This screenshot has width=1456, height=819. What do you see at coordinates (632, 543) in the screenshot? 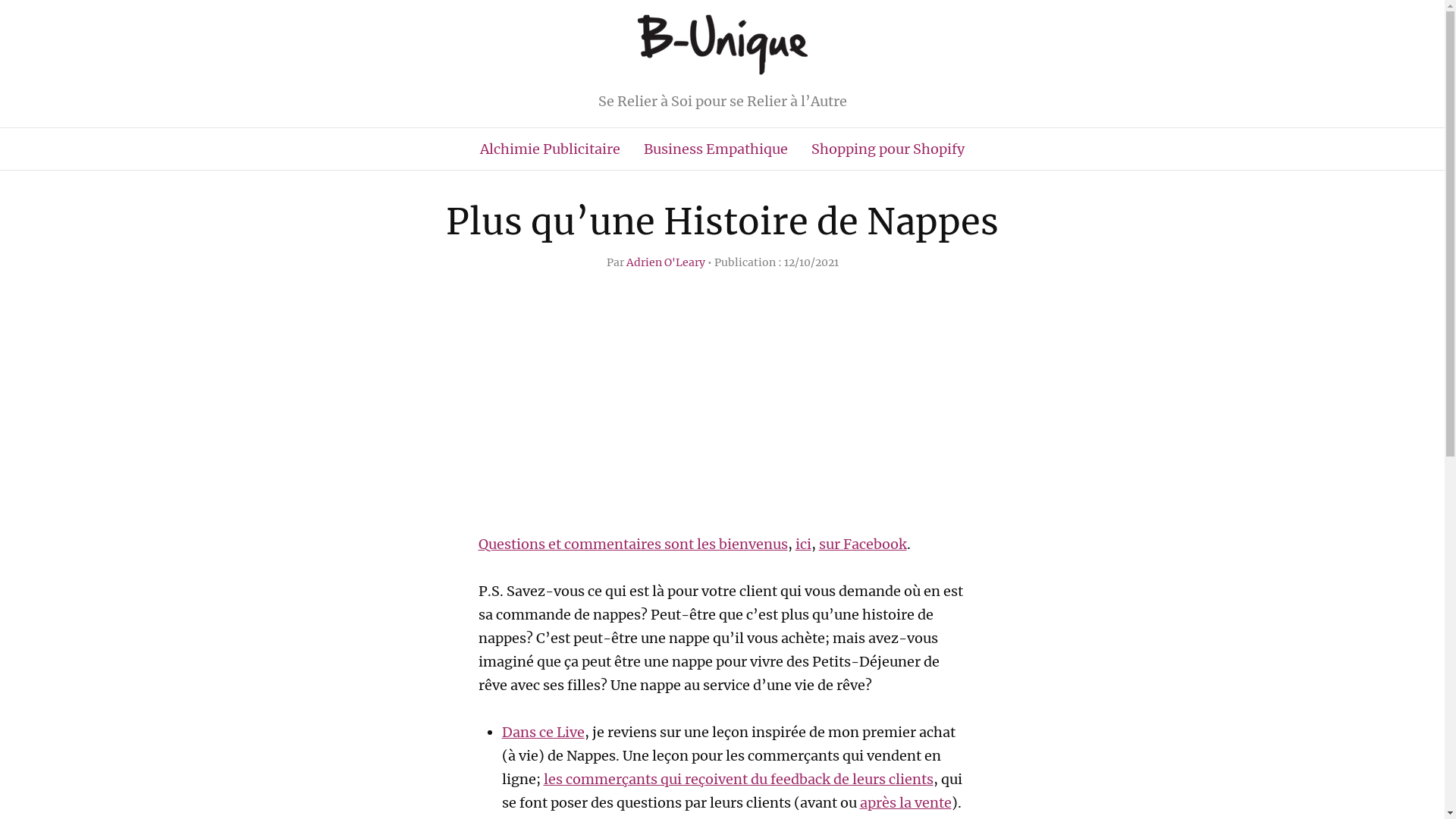
I see `'Questions et commentaires sont les bienvenus'` at bounding box center [632, 543].